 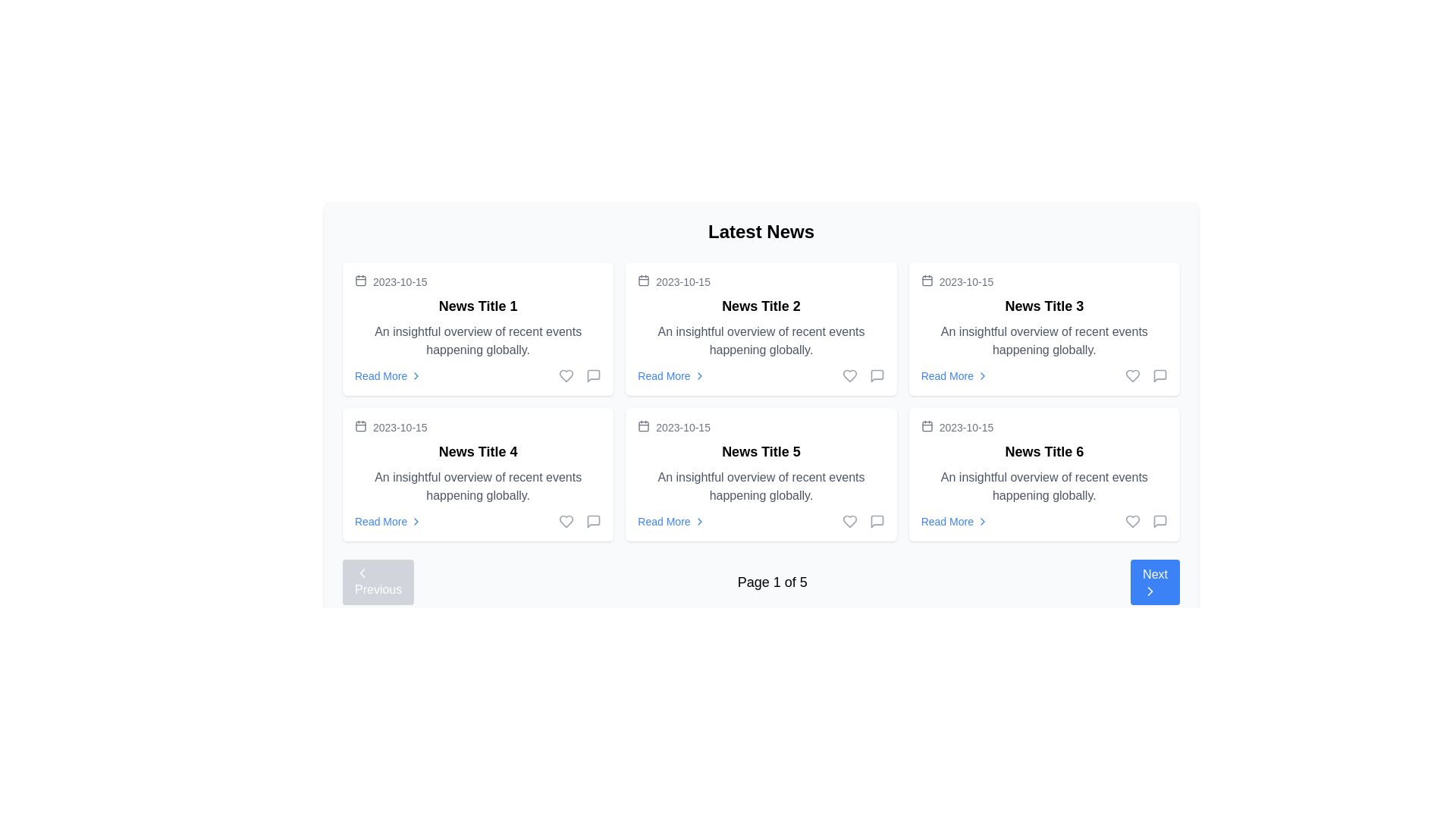 I want to click on the speech bubble icon in the bottom-right corner of the card for 'News Title 4', so click(x=593, y=520).